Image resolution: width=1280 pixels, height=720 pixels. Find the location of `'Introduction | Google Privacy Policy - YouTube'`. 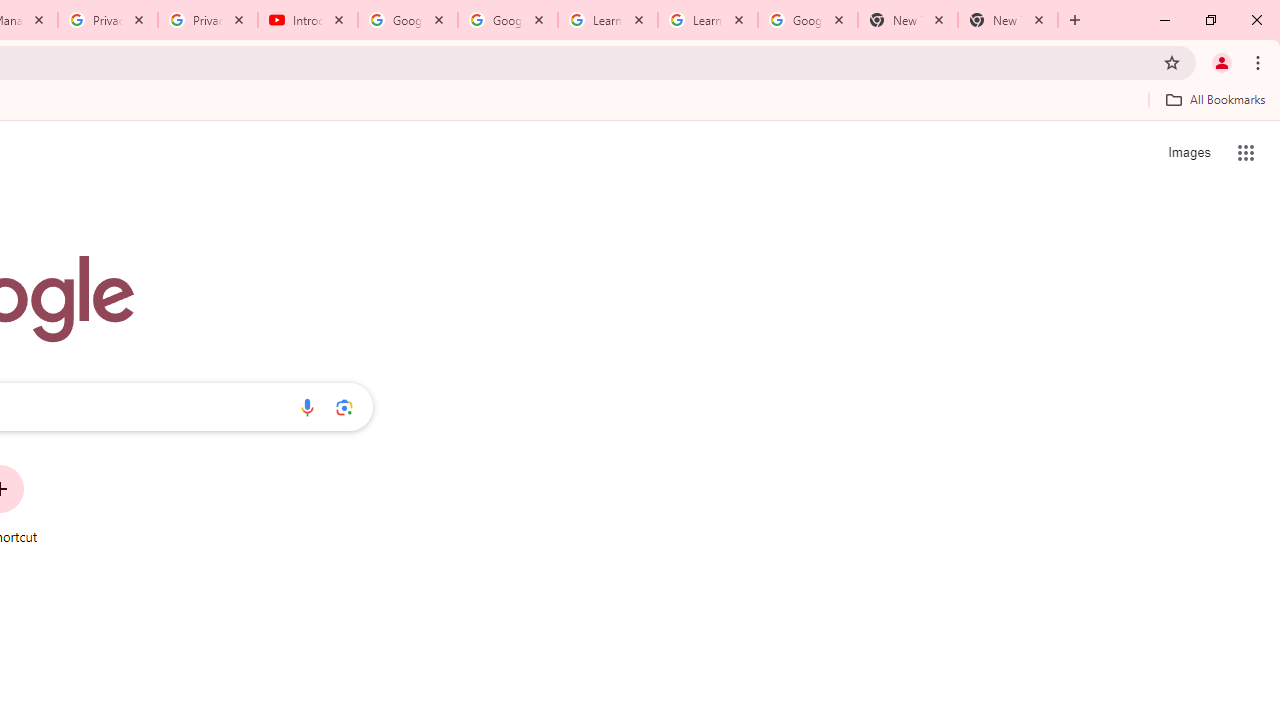

'Introduction | Google Privacy Policy - YouTube' is located at coordinates (307, 20).